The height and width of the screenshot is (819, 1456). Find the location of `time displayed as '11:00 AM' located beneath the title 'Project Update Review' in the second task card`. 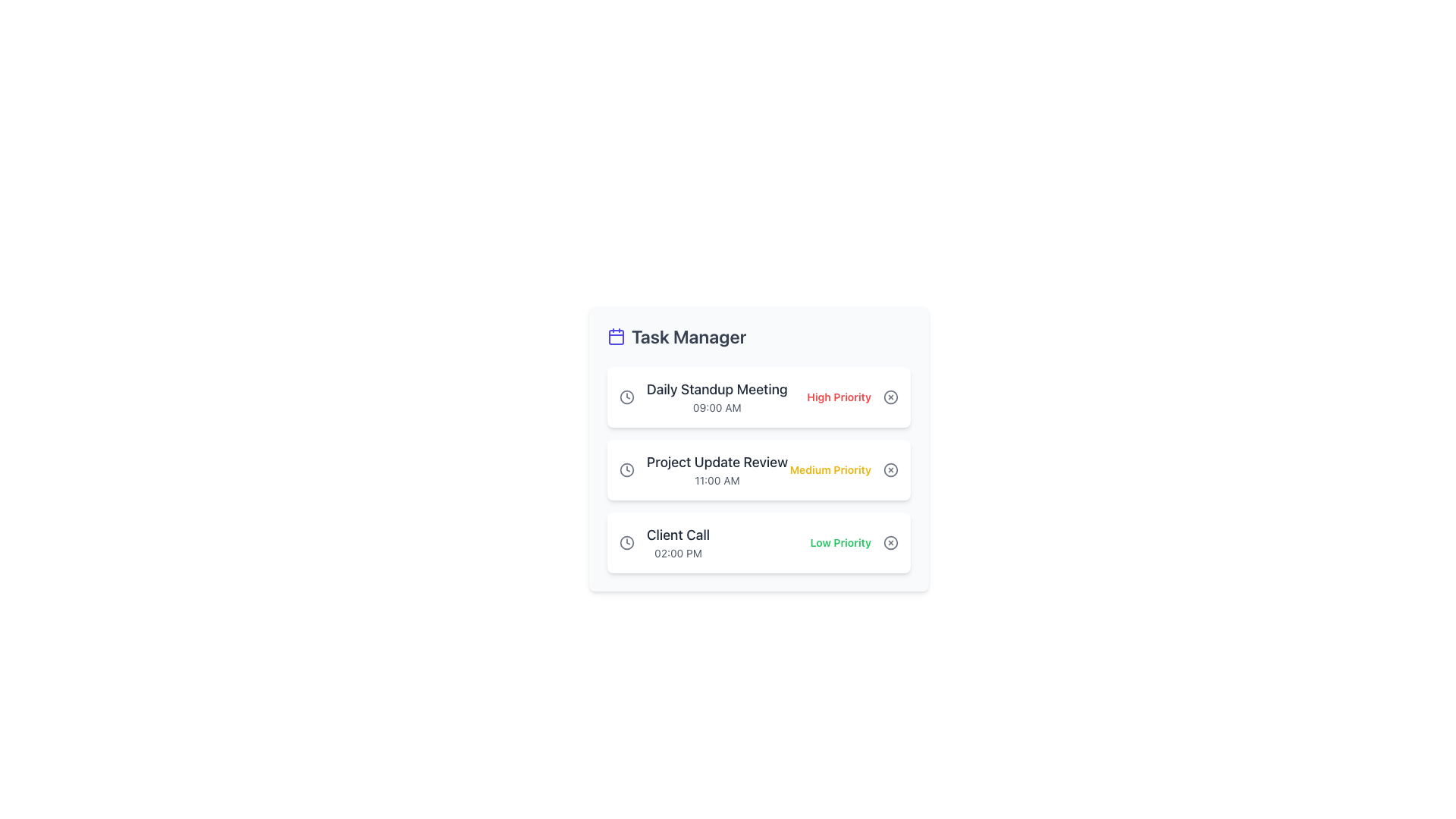

time displayed as '11:00 AM' located beneath the title 'Project Update Review' in the second task card is located at coordinates (716, 480).